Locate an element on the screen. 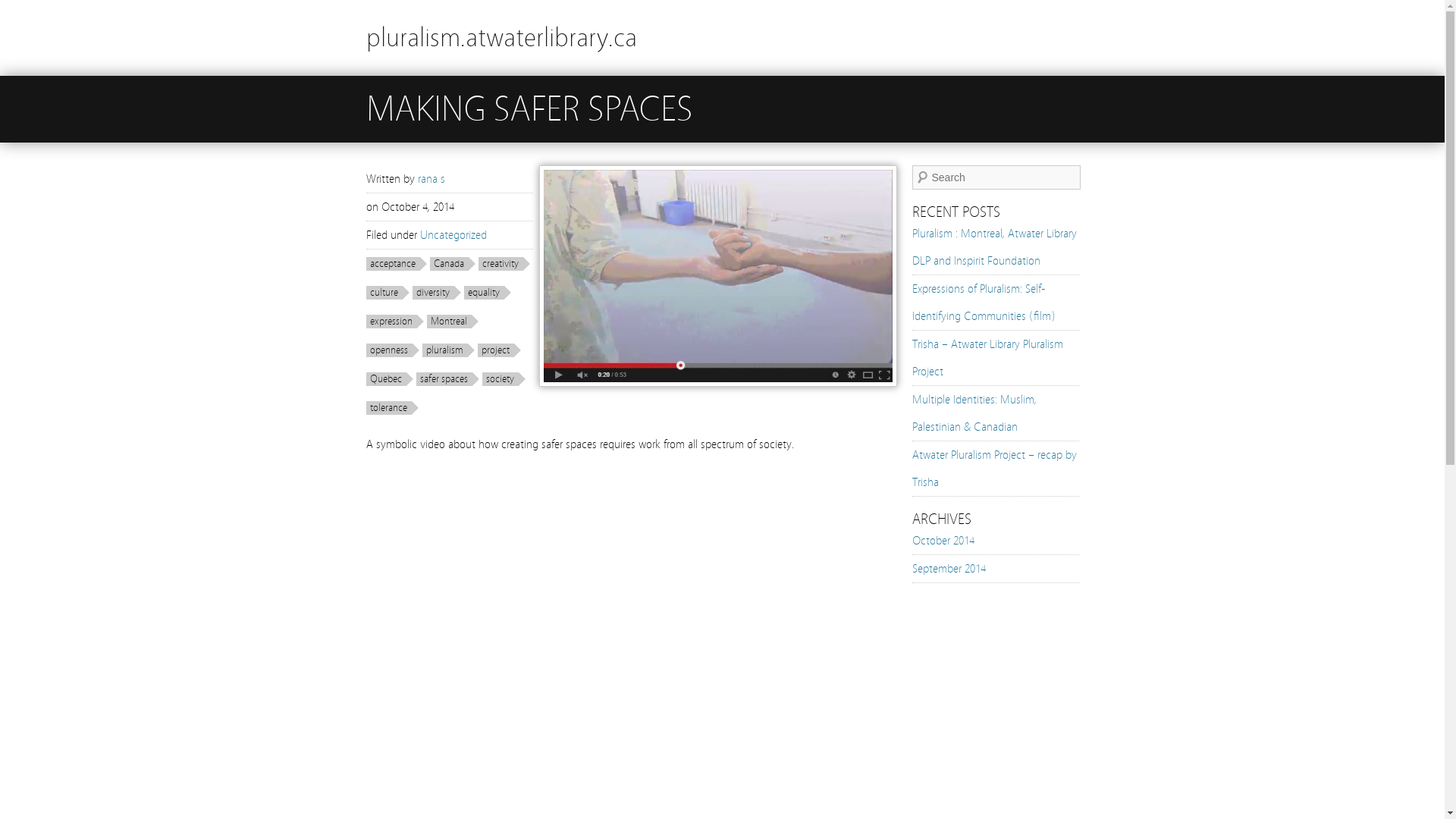  'September 2014' is located at coordinates (947, 568).